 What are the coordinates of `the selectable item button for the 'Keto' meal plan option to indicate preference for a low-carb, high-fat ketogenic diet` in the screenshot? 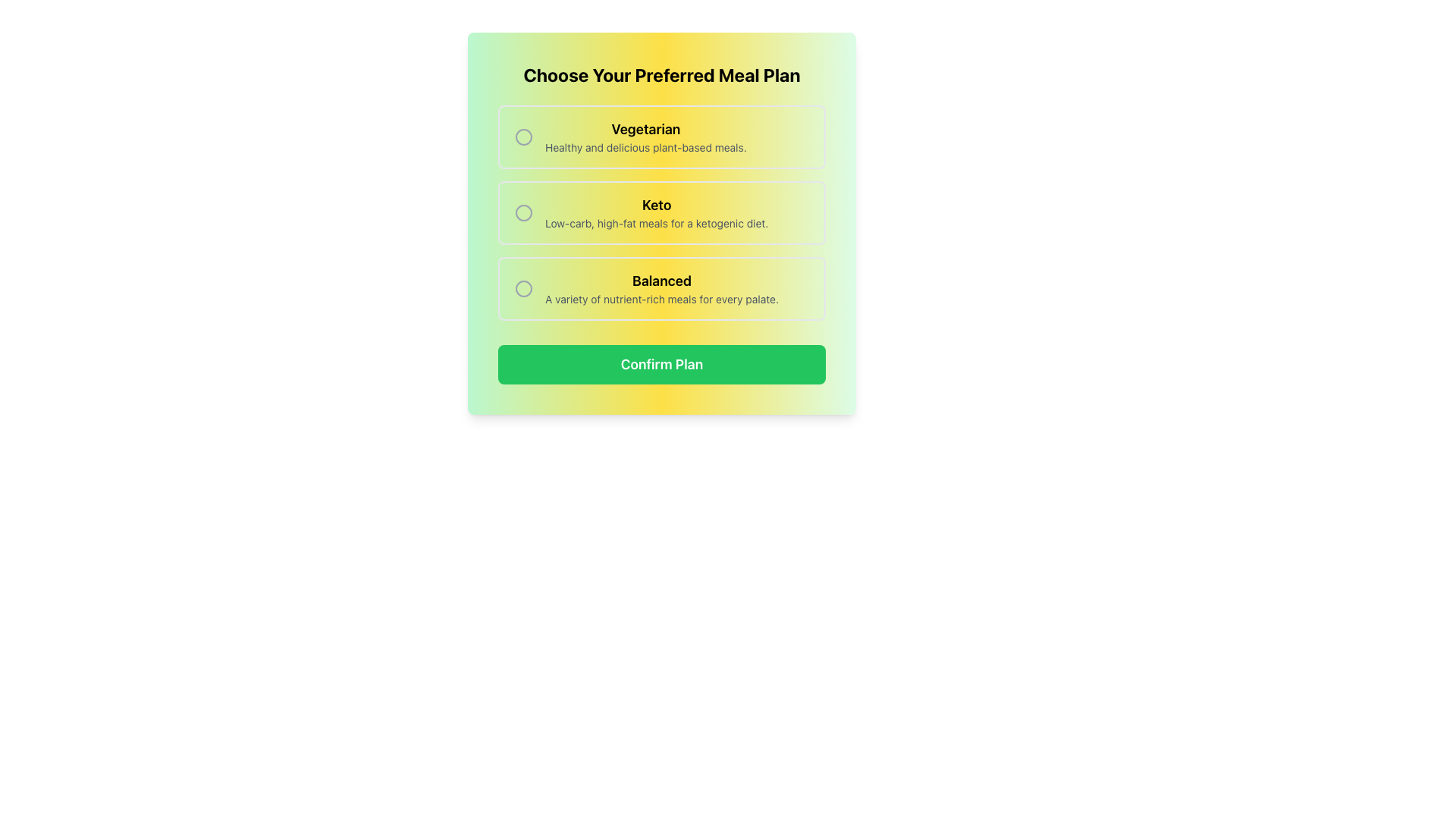 It's located at (662, 213).